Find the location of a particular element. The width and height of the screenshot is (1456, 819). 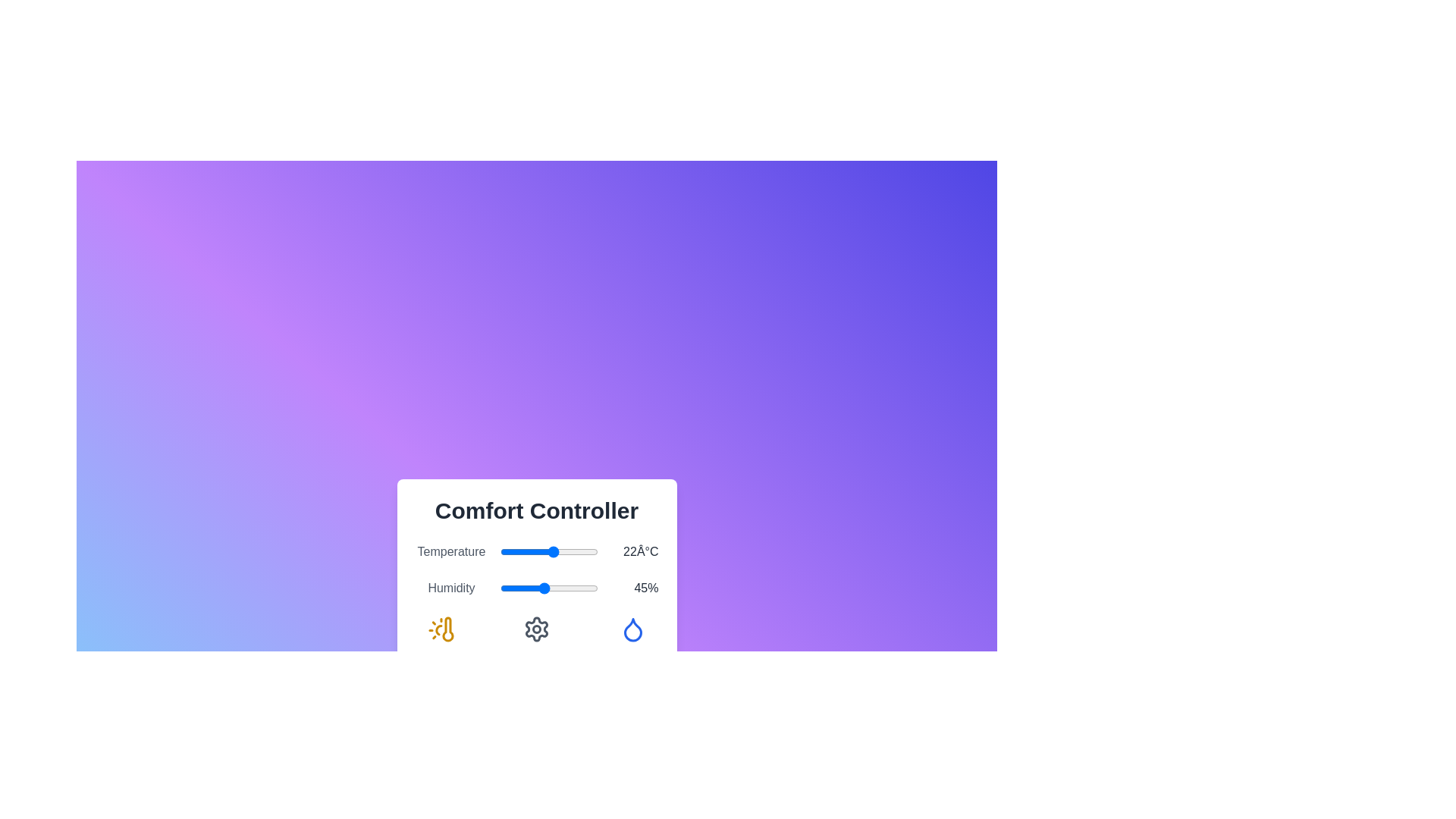

the temperature slider to set the temperature to 22°C is located at coordinates (553, 552).